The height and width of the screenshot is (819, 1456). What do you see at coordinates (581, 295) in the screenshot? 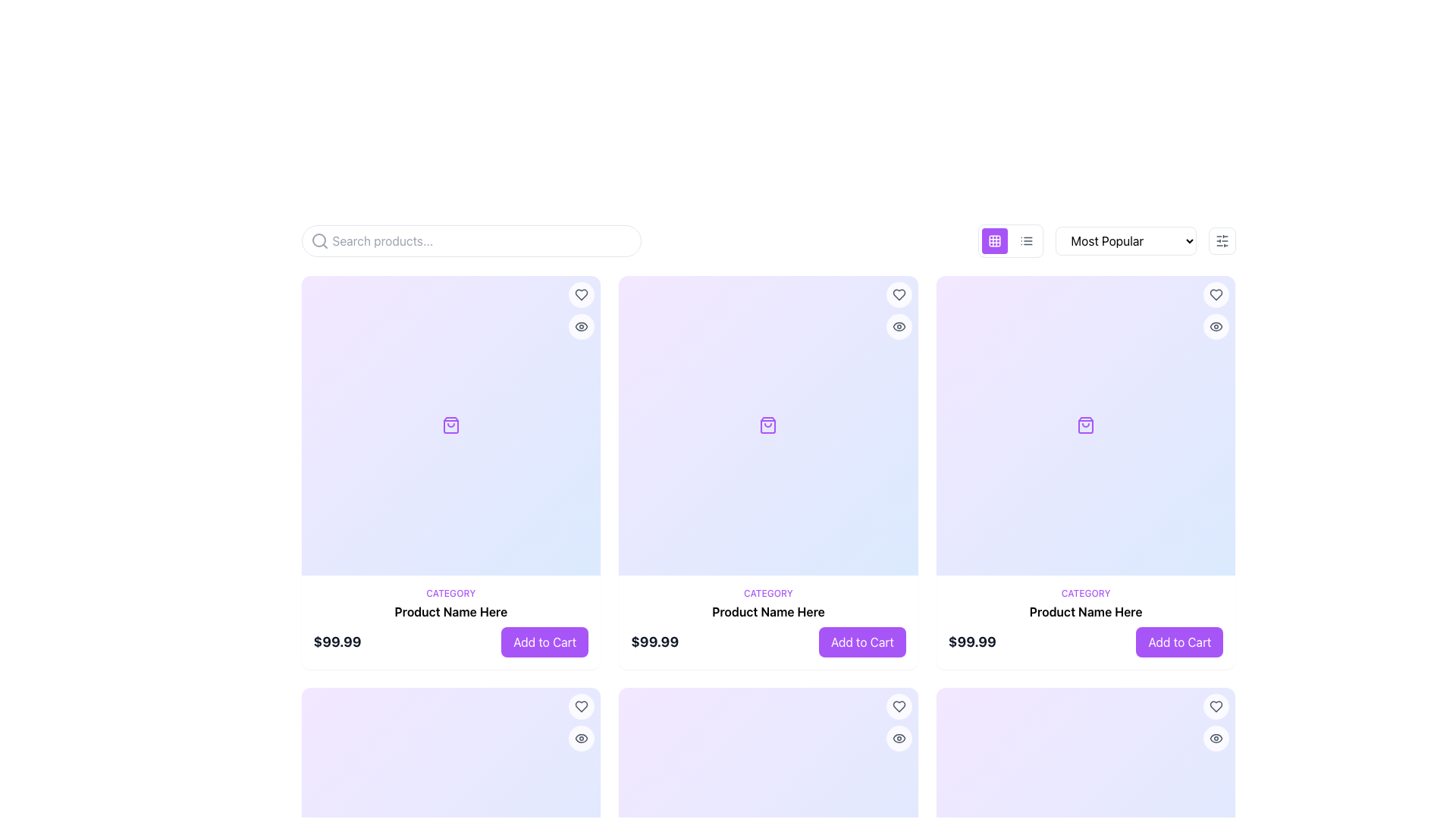
I see `the circular interactive button with a heart icon located in the top-right corner of the product card to favorite the item` at bounding box center [581, 295].